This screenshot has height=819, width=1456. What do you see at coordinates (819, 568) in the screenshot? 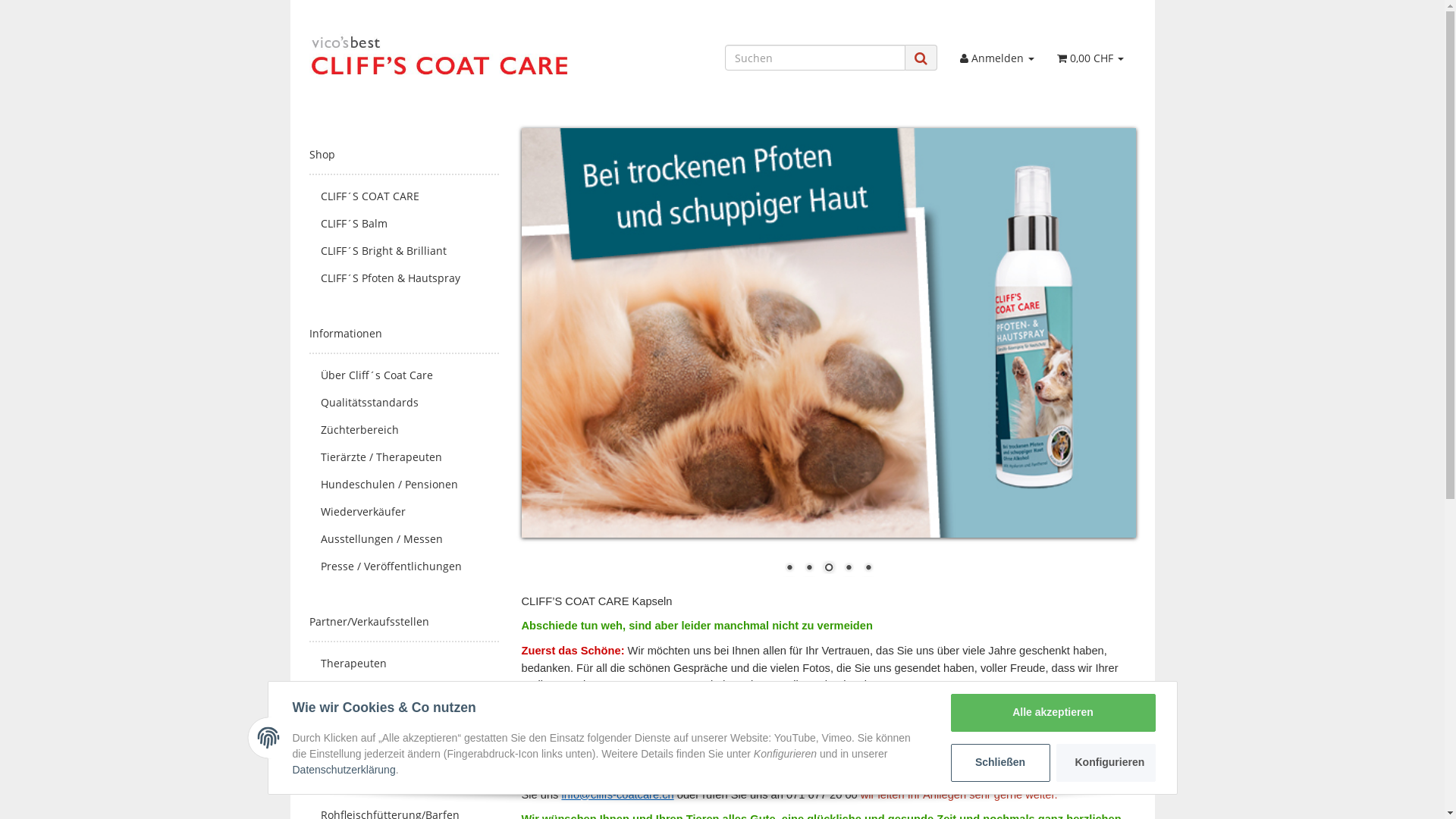
I see `'3'` at bounding box center [819, 568].